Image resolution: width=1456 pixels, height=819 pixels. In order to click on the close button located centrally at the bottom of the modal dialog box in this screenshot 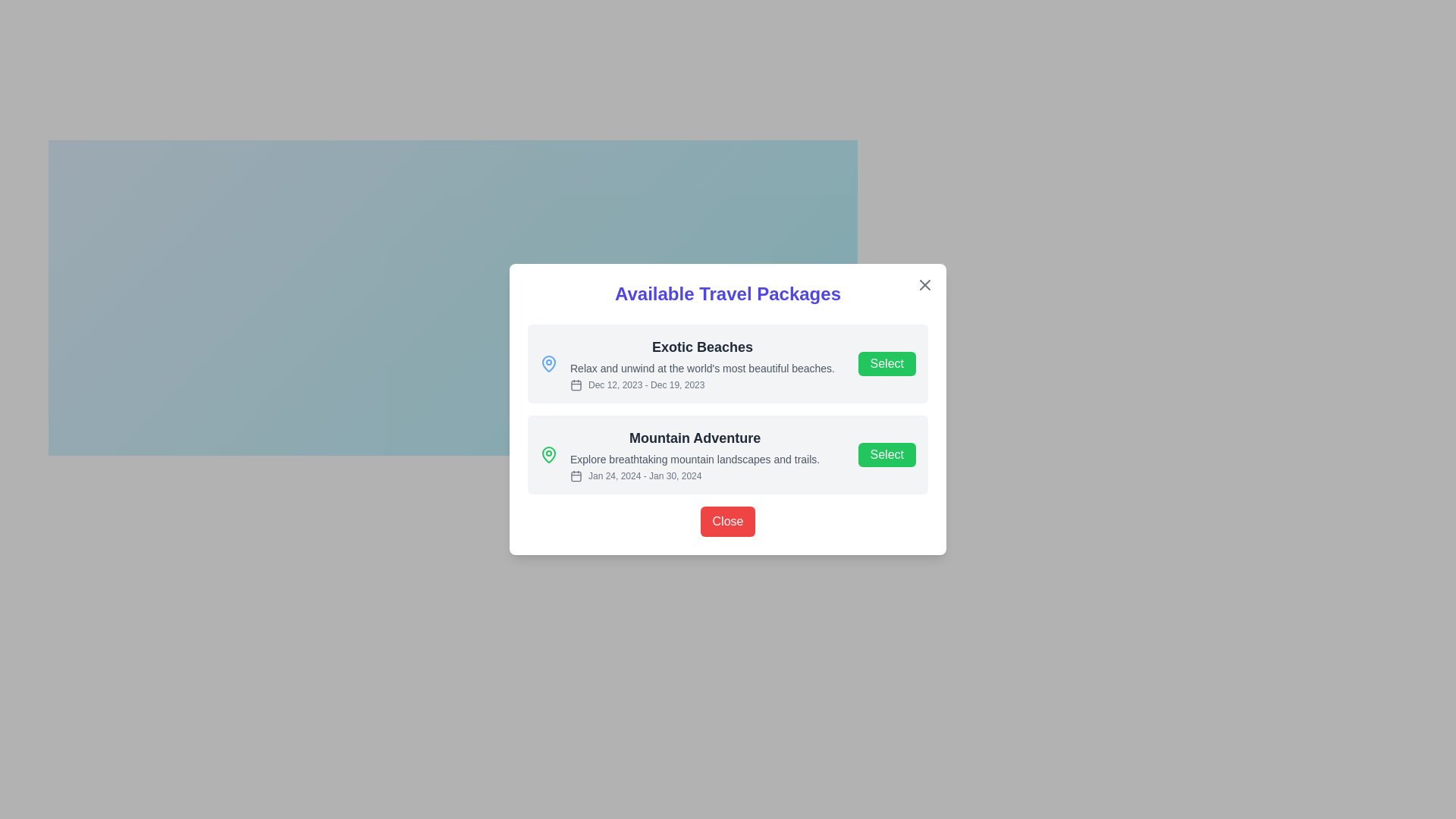, I will do `click(728, 520)`.